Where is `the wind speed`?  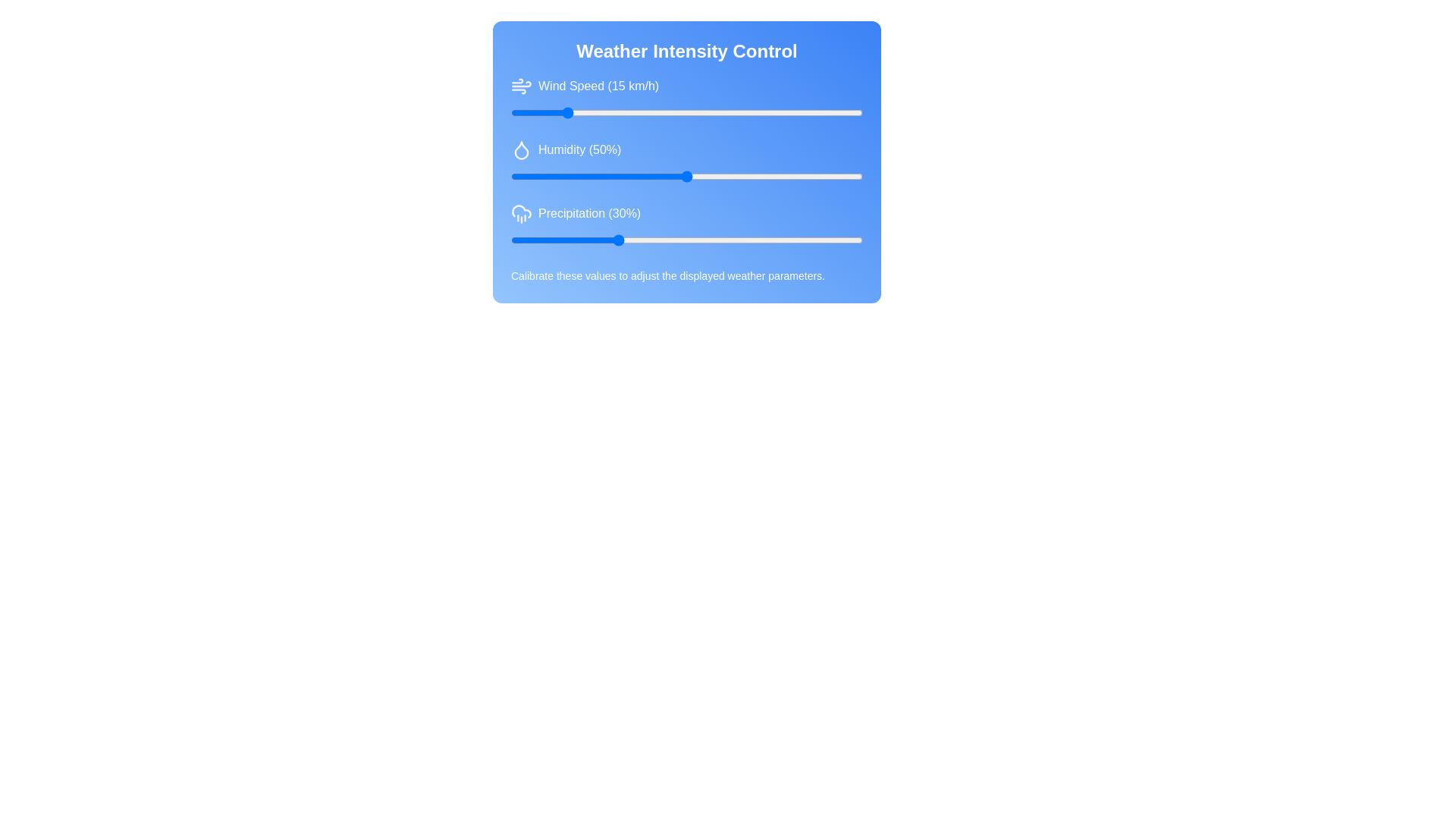 the wind speed is located at coordinates (676, 112).